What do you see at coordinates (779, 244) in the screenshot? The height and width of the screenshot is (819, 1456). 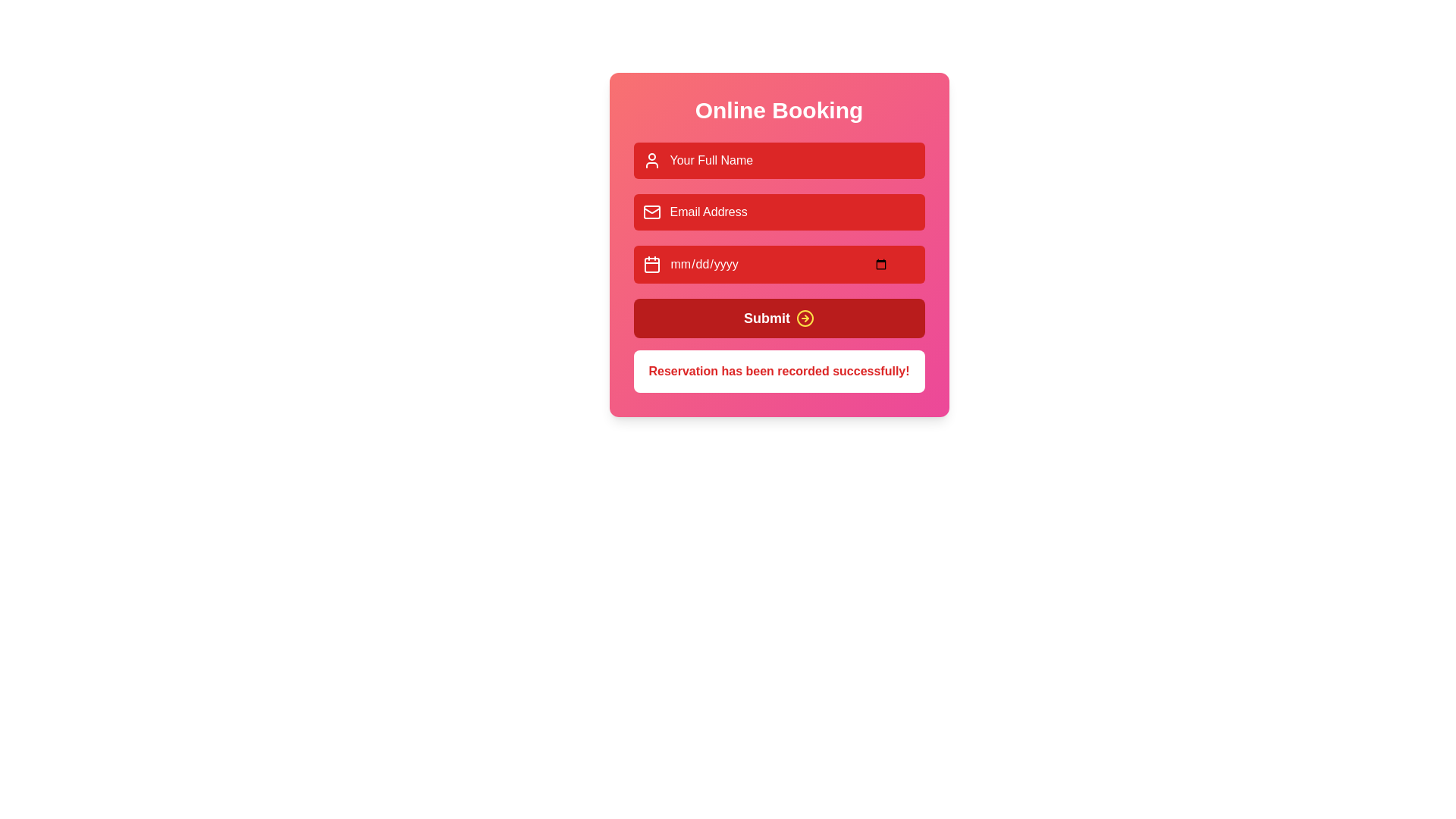 I see `the third text input field in the 'Online Booking' form` at bounding box center [779, 244].